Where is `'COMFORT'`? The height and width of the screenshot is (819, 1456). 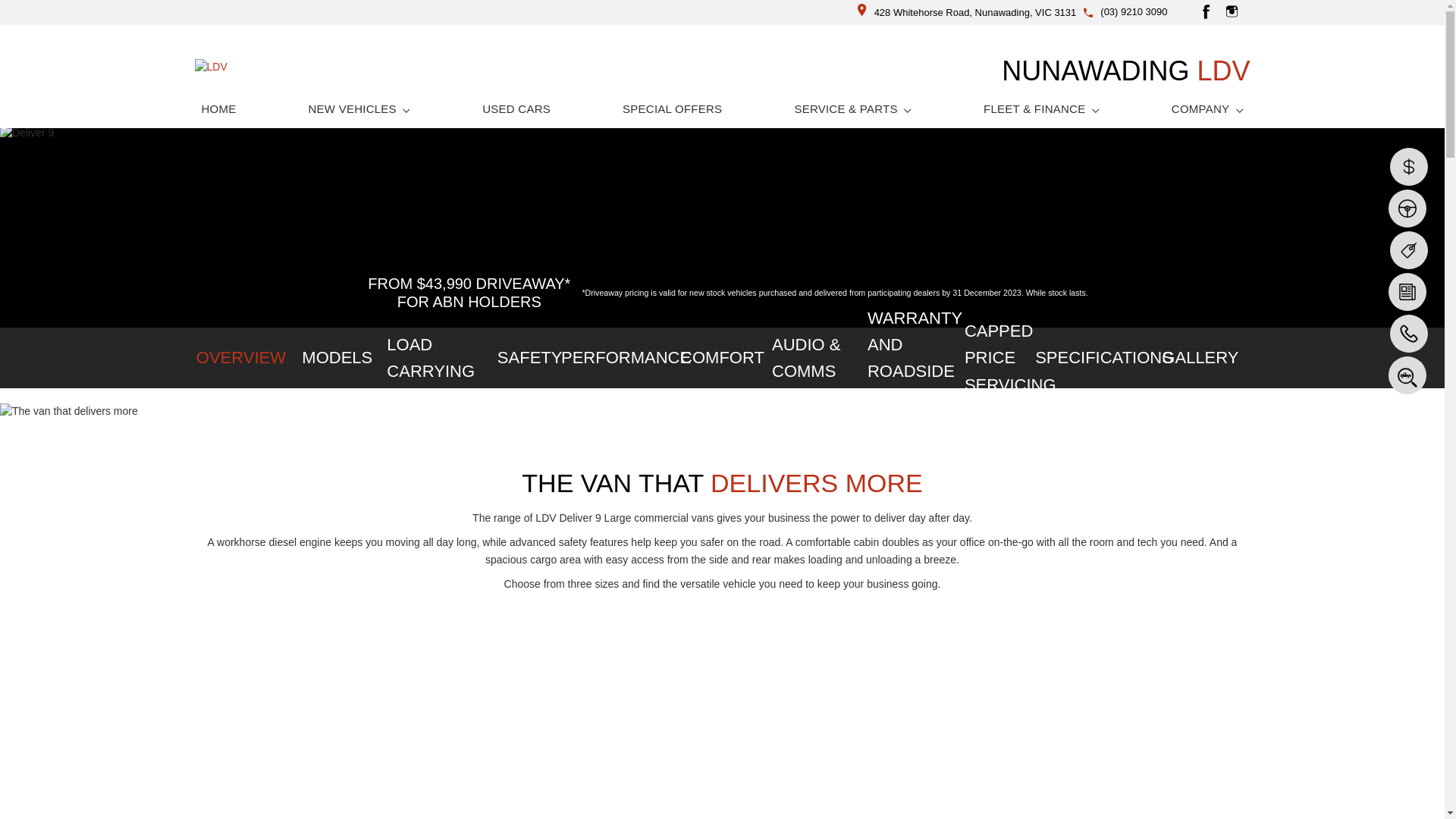 'COMFORT' is located at coordinates (721, 357).